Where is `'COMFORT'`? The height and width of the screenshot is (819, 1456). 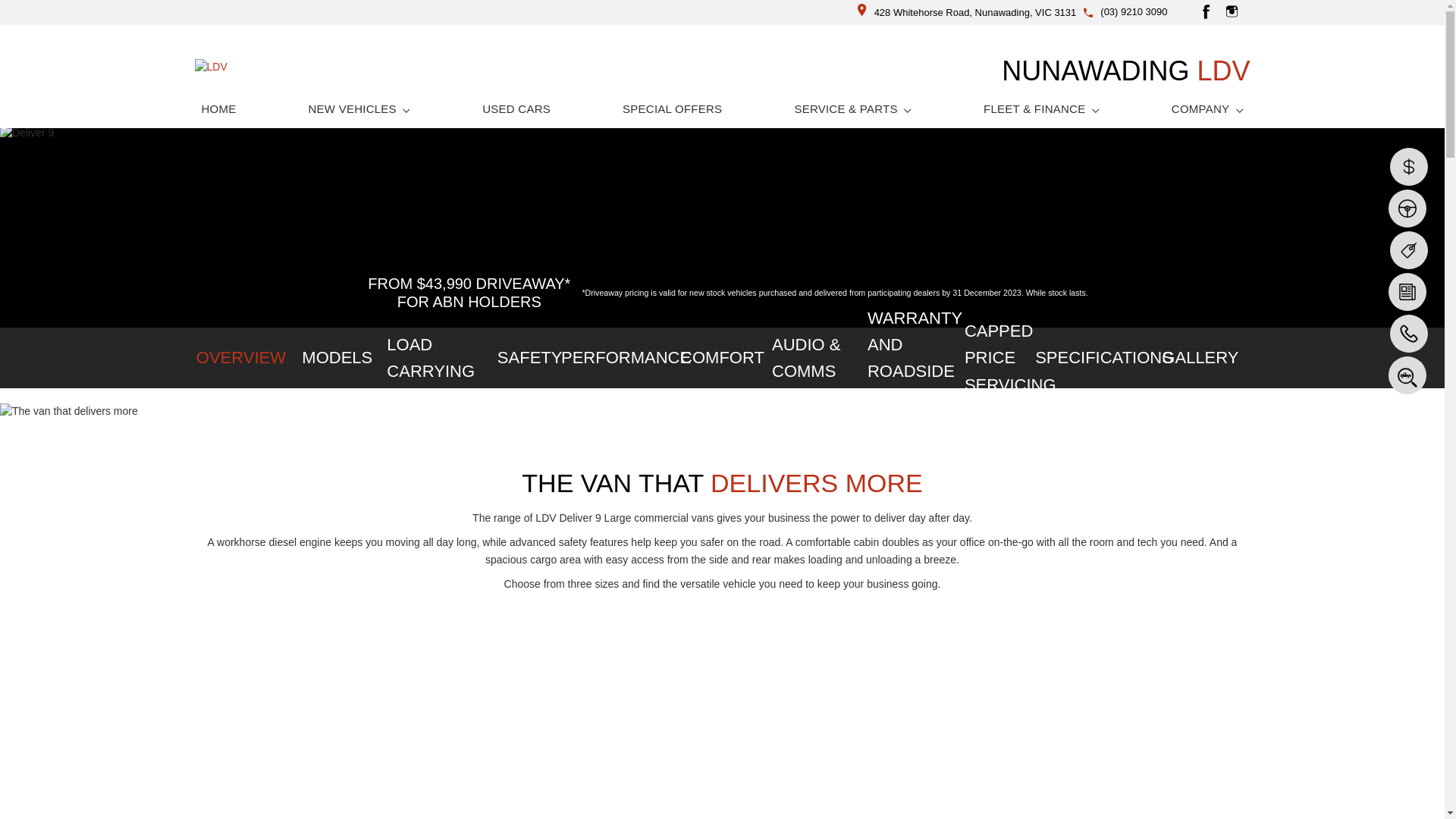 'COMFORT' is located at coordinates (721, 357).